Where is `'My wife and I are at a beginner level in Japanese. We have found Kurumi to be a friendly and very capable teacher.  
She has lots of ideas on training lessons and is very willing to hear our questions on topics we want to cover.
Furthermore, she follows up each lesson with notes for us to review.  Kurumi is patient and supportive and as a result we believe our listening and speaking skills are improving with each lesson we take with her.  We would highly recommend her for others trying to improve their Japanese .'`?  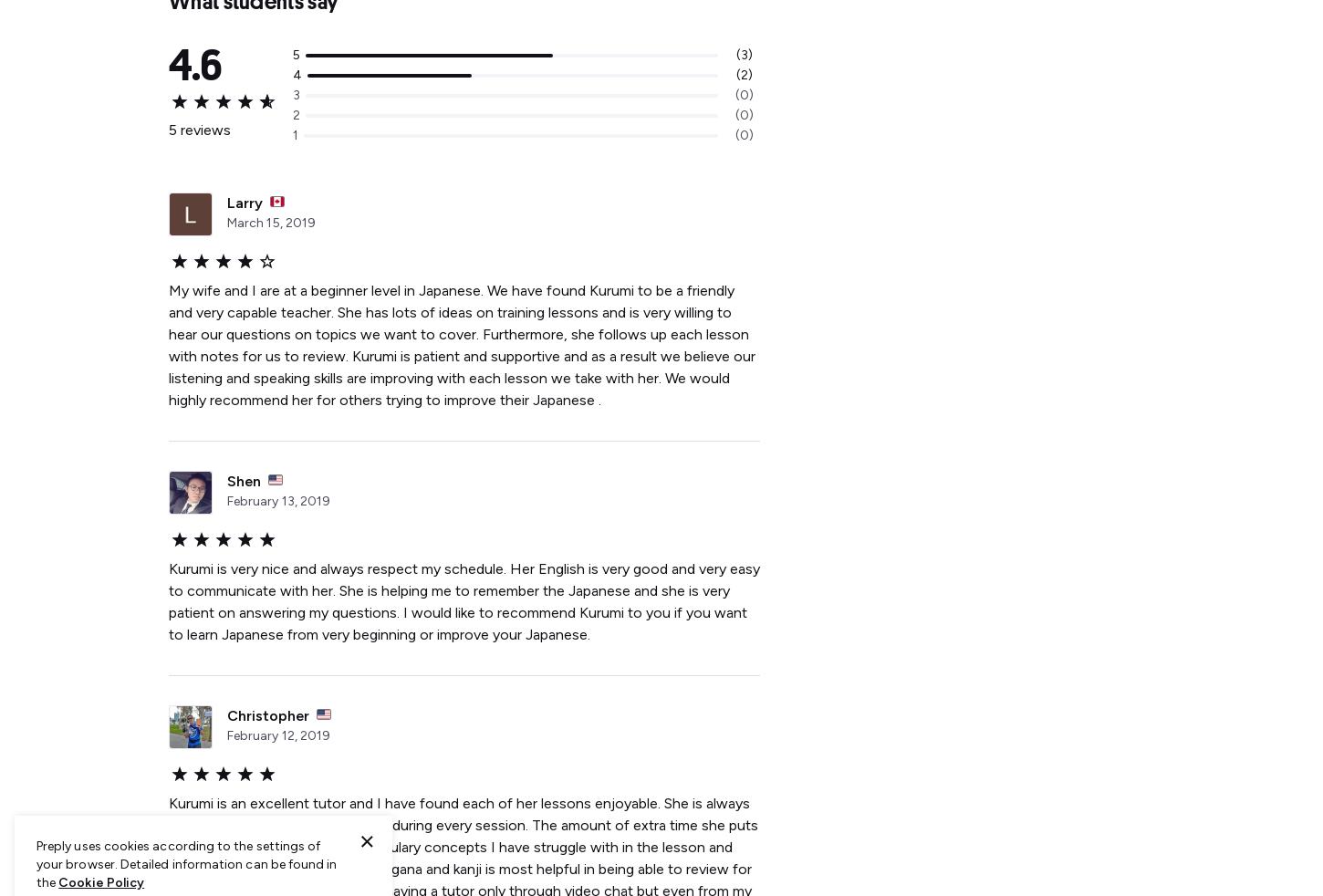 'My wife and I are at a beginner level in Japanese. We have found Kurumi to be a friendly and very capable teacher.  
She has lots of ideas on training lessons and is very willing to hear our questions on topics we want to cover.
Furthermore, she follows up each lesson with notes for us to review.  Kurumi is patient and supportive and as a result we believe our listening and speaking skills are improving with each lesson we take with her.  We would highly recommend her for others trying to improve their Japanese .' is located at coordinates (462, 345).